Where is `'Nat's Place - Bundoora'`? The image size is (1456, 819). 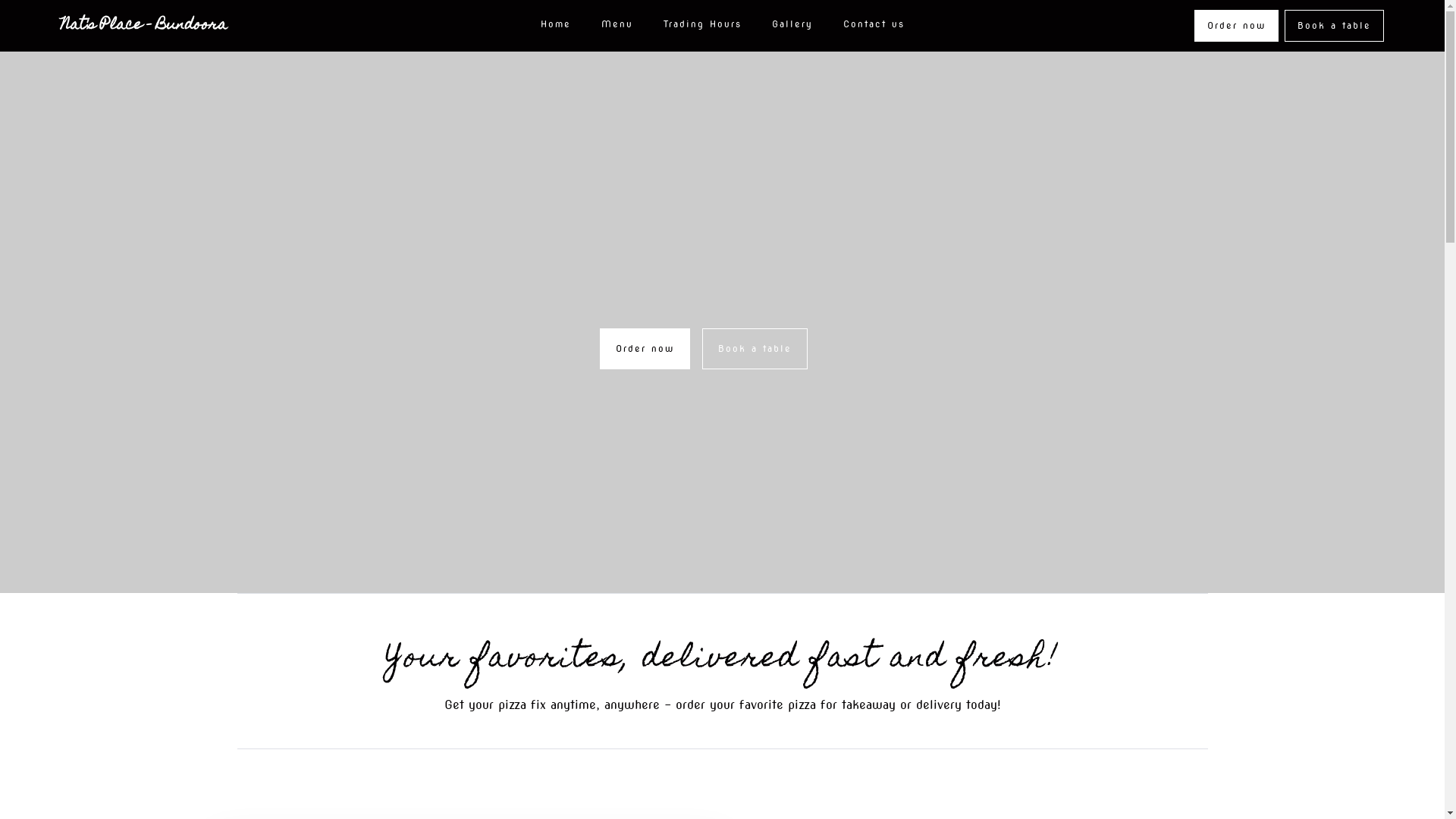 'Nat's Place - Bundoora' is located at coordinates (144, 25).